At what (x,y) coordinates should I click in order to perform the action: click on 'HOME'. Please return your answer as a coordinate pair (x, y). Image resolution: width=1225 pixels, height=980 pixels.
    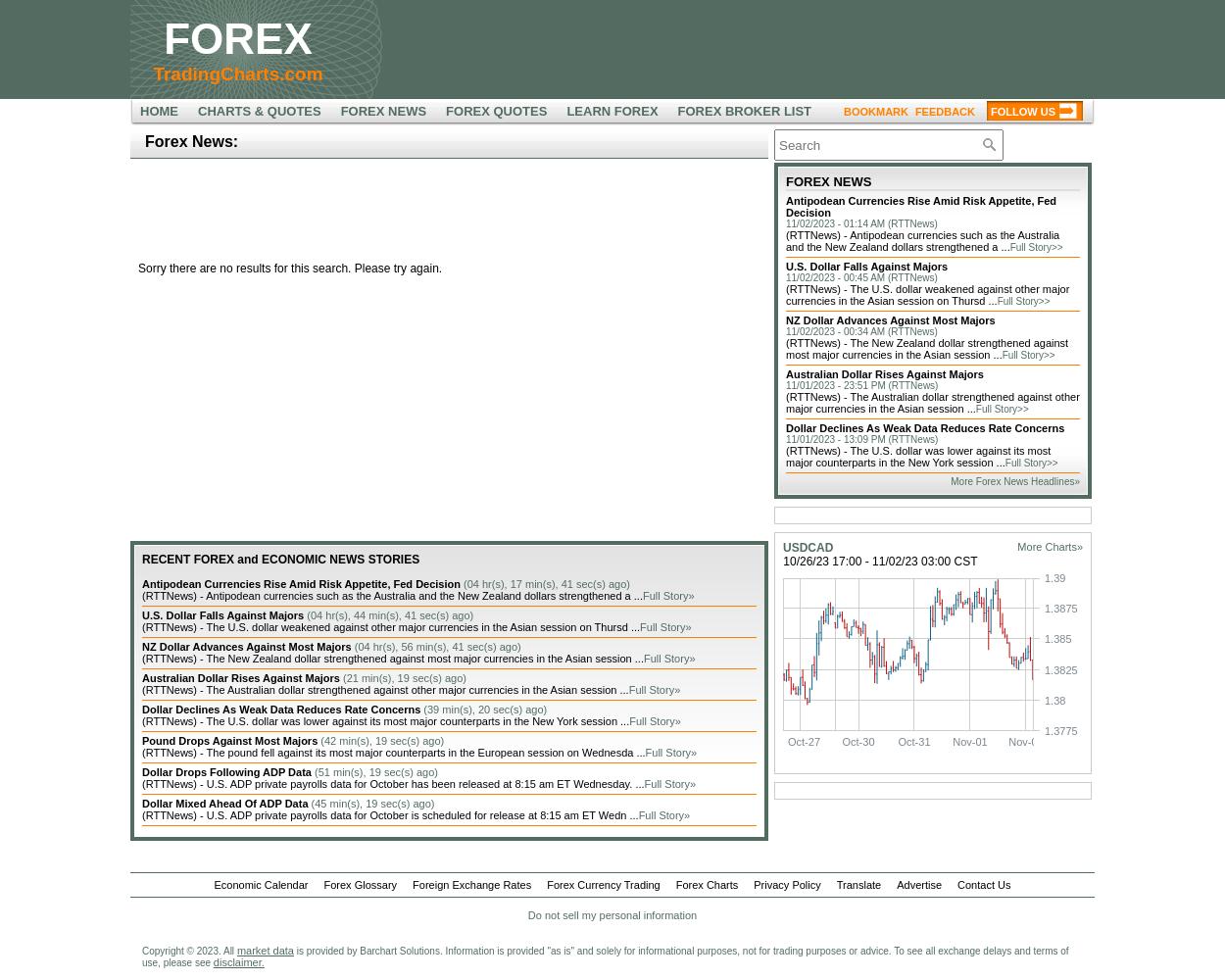
    Looking at the image, I should click on (159, 110).